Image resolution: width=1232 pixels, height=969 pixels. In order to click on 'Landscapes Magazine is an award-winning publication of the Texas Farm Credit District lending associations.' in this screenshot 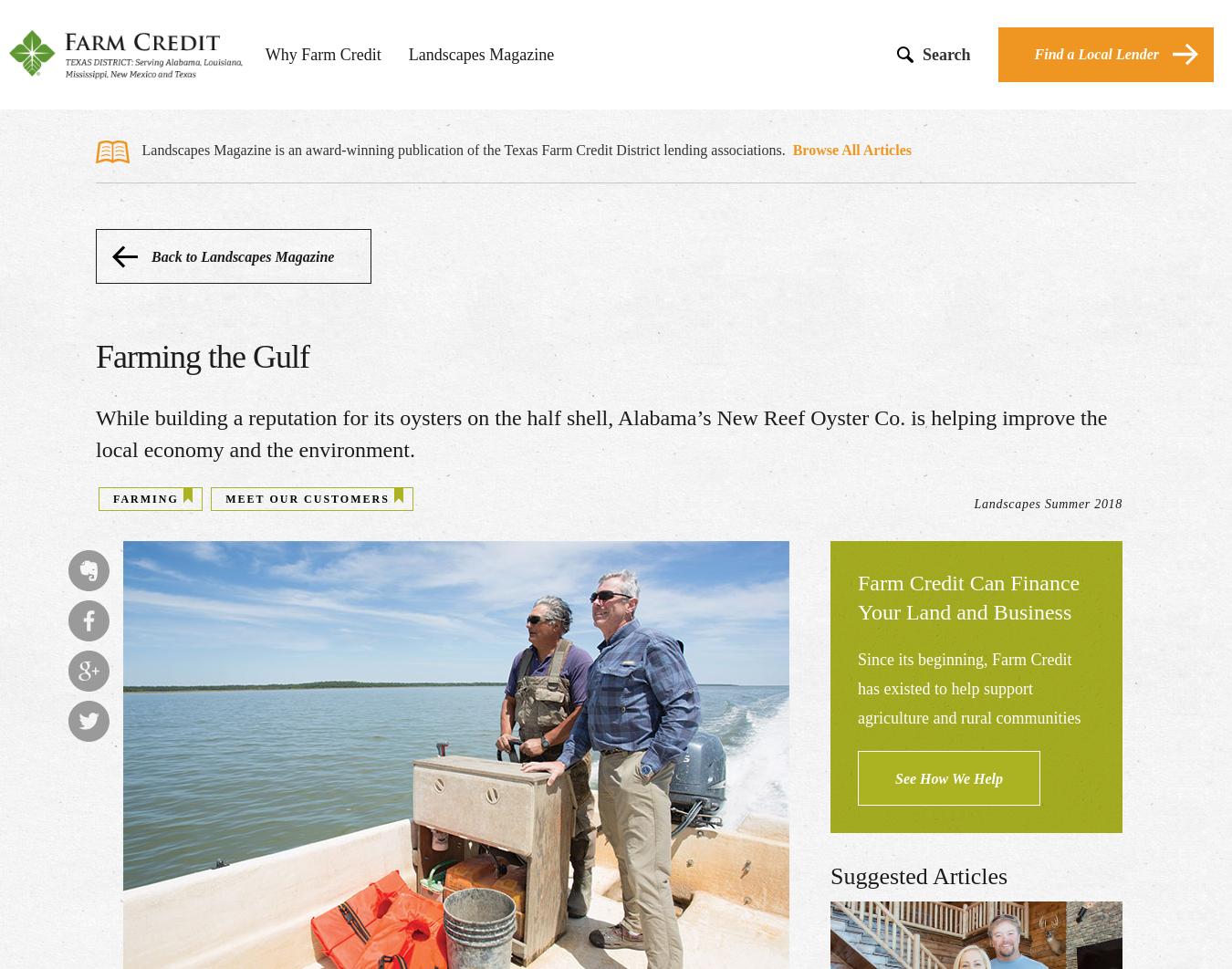, I will do `click(464, 150)`.